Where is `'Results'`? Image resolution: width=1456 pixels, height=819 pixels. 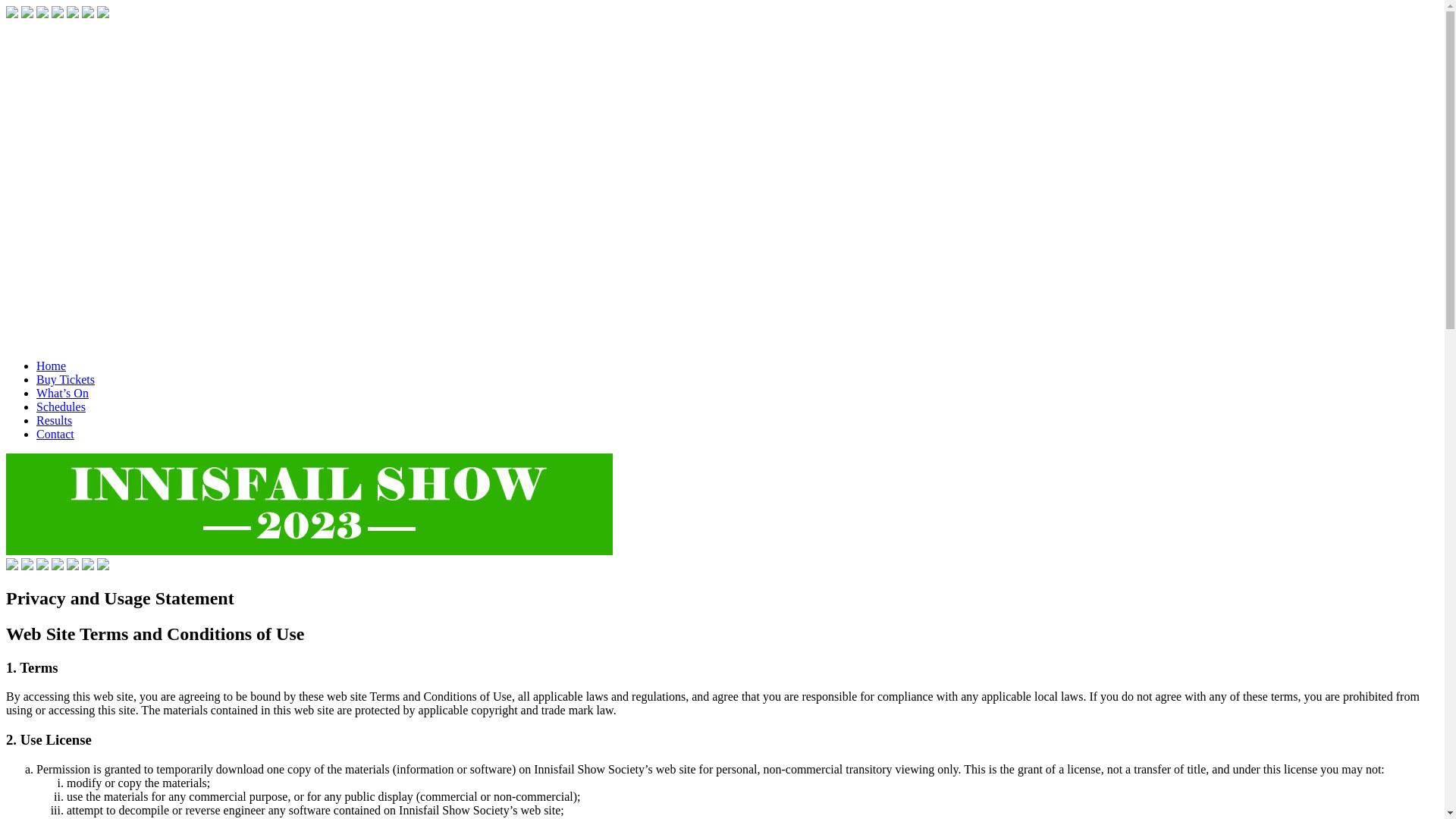
'Results' is located at coordinates (54, 420).